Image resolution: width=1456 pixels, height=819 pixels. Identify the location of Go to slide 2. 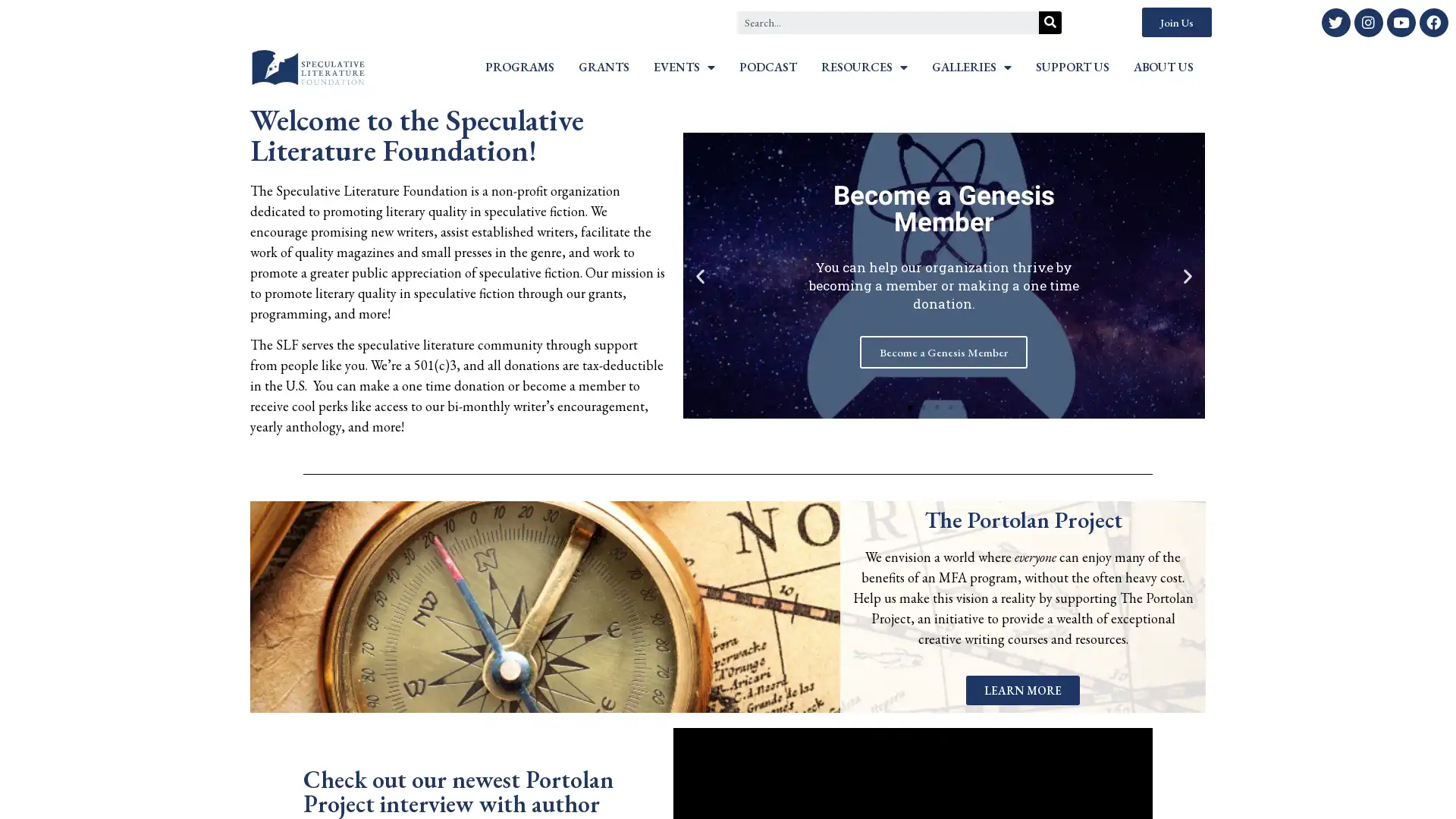
(923, 406).